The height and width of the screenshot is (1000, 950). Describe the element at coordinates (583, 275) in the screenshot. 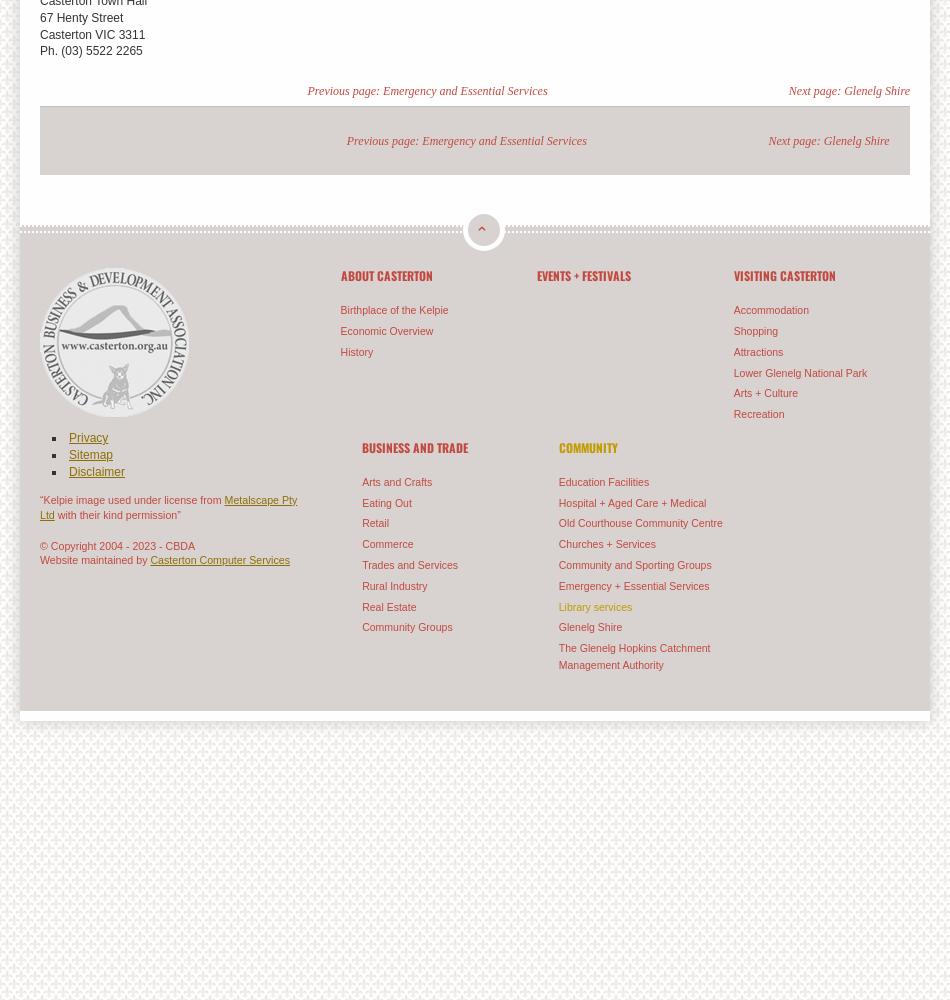

I see `'Events + Festivals'` at that location.